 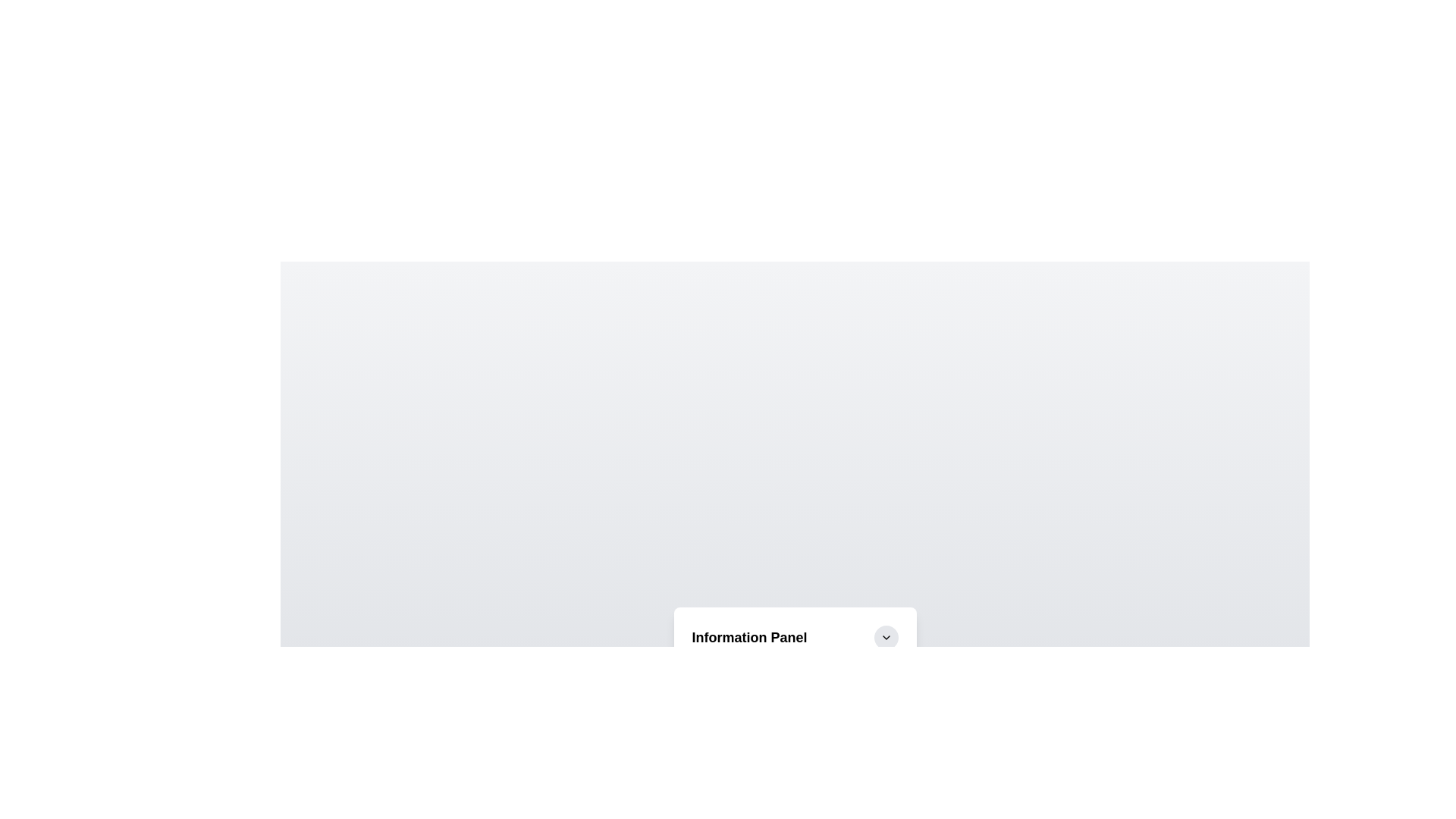 I want to click on the toggle button to change the panel's expanded state, so click(x=886, y=637).